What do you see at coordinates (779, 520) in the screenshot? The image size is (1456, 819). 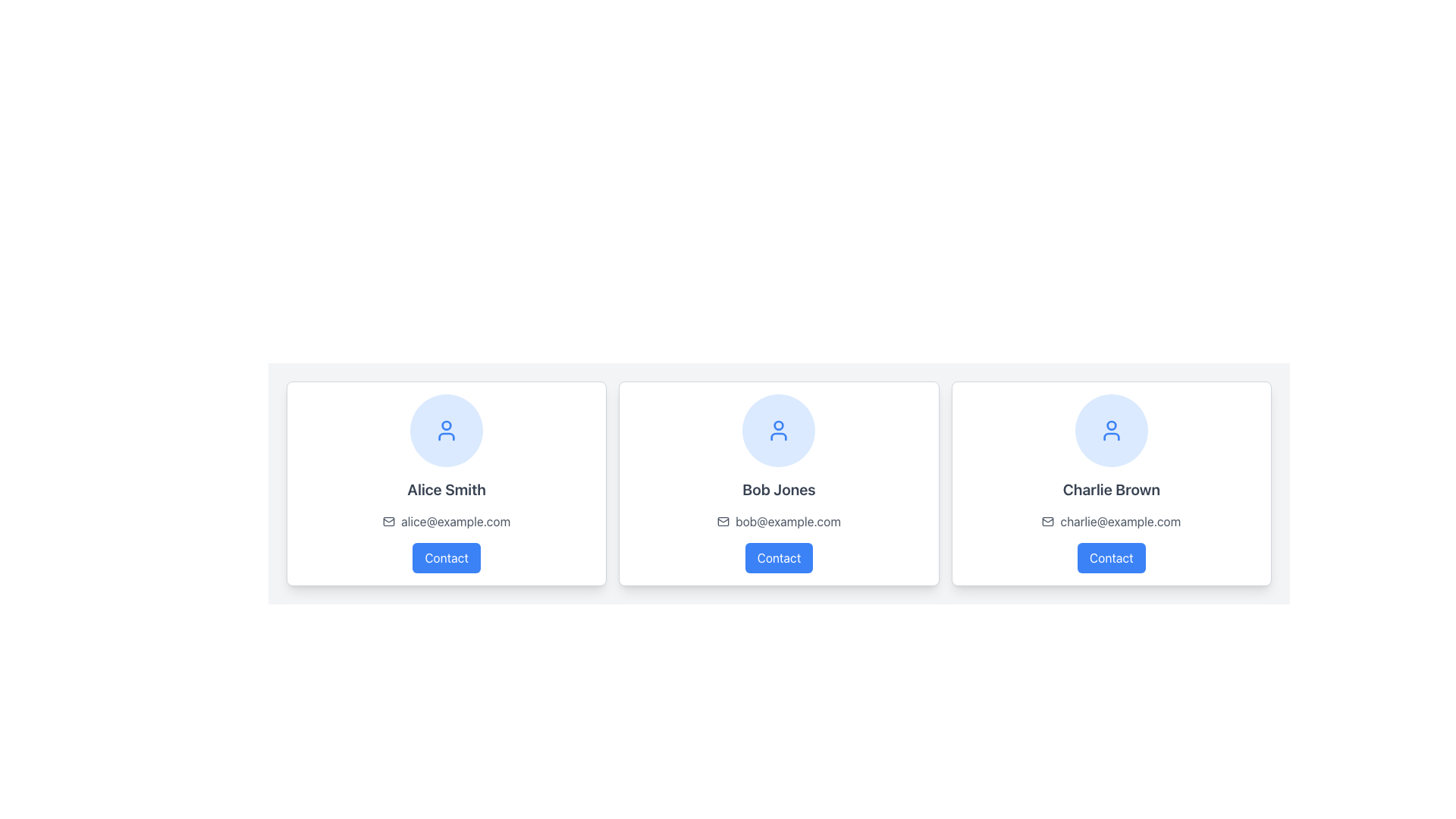 I see `the email address 'bob@example.com' displayed in gray font, accompanied by a mail icon on its left, for copying` at bounding box center [779, 520].